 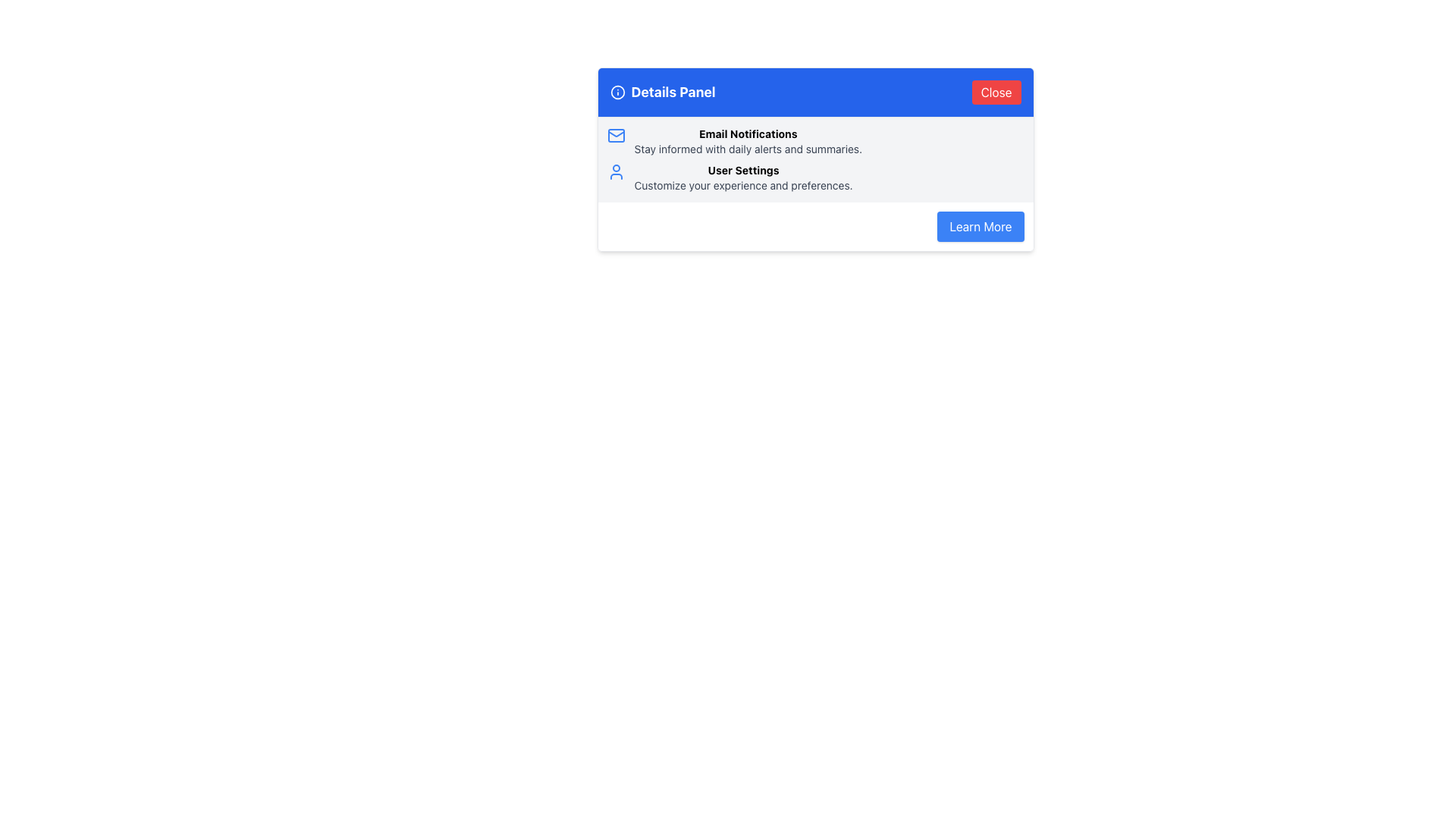 What do you see at coordinates (743, 185) in the screenshot?
I see `the descriptive text label located below the 'User Settings' heading in the middle section of the interface` at bounding box center [743, 185].